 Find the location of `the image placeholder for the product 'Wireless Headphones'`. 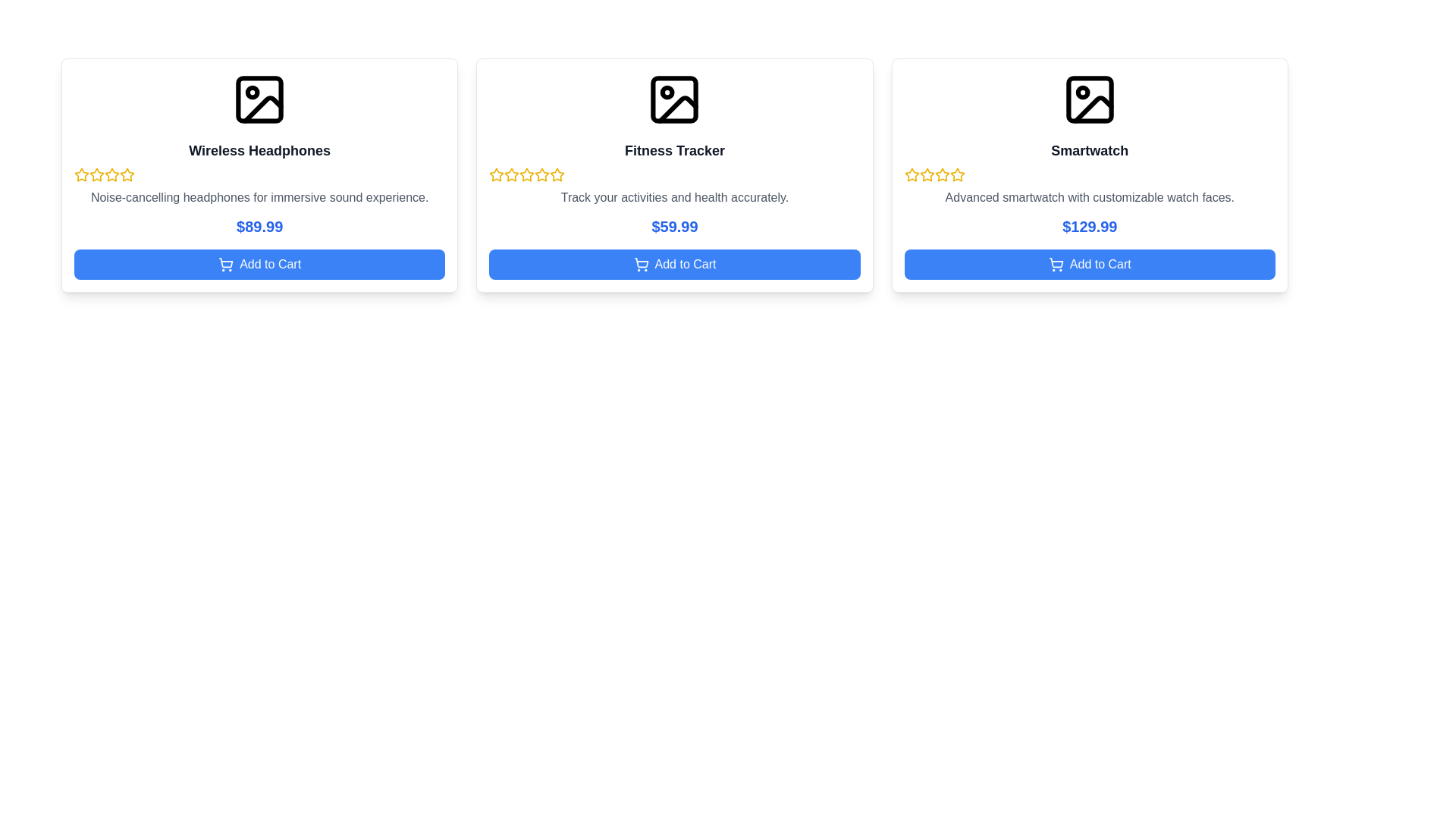

the image placeholder for the product 'Wireless Headphones' is located at coordinates (259, 99).